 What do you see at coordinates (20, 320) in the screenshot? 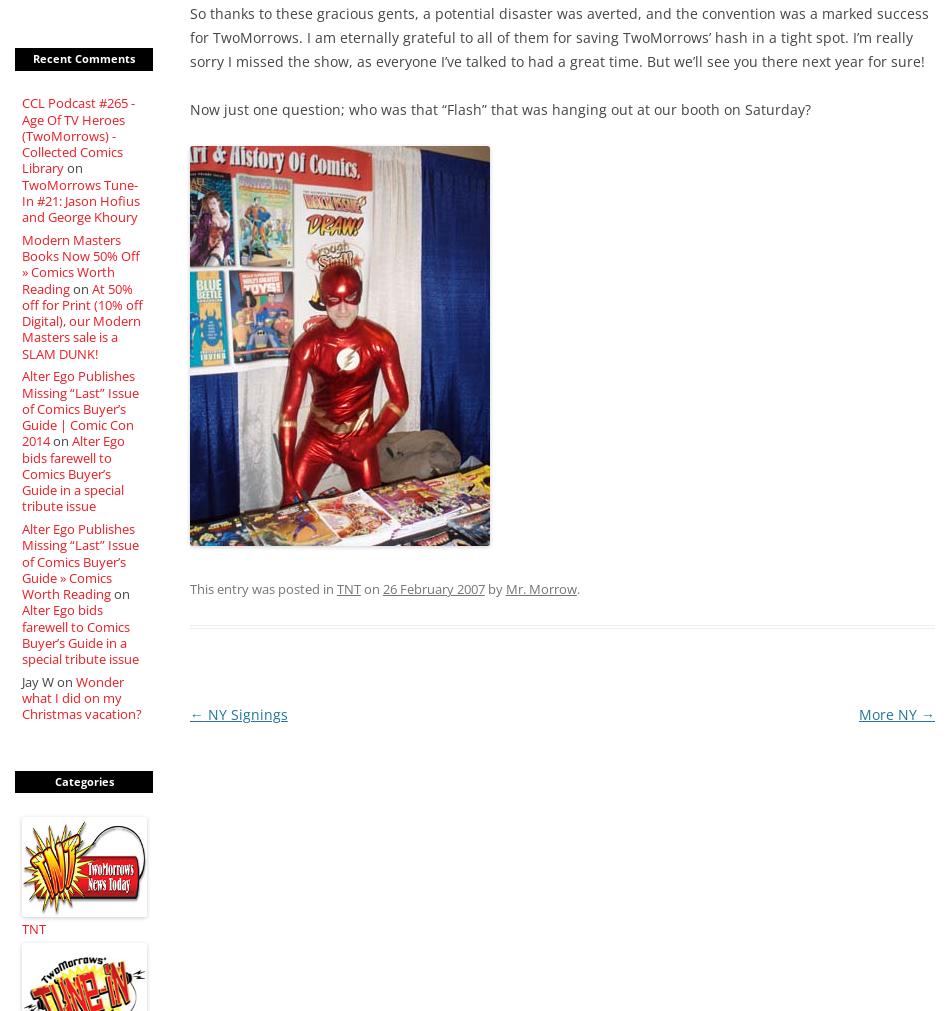
I see `'At 50% off for Print (10% off Digital), our Modern Masters sale is a SLAM DUNK!'` at bounding box center [20, 320].